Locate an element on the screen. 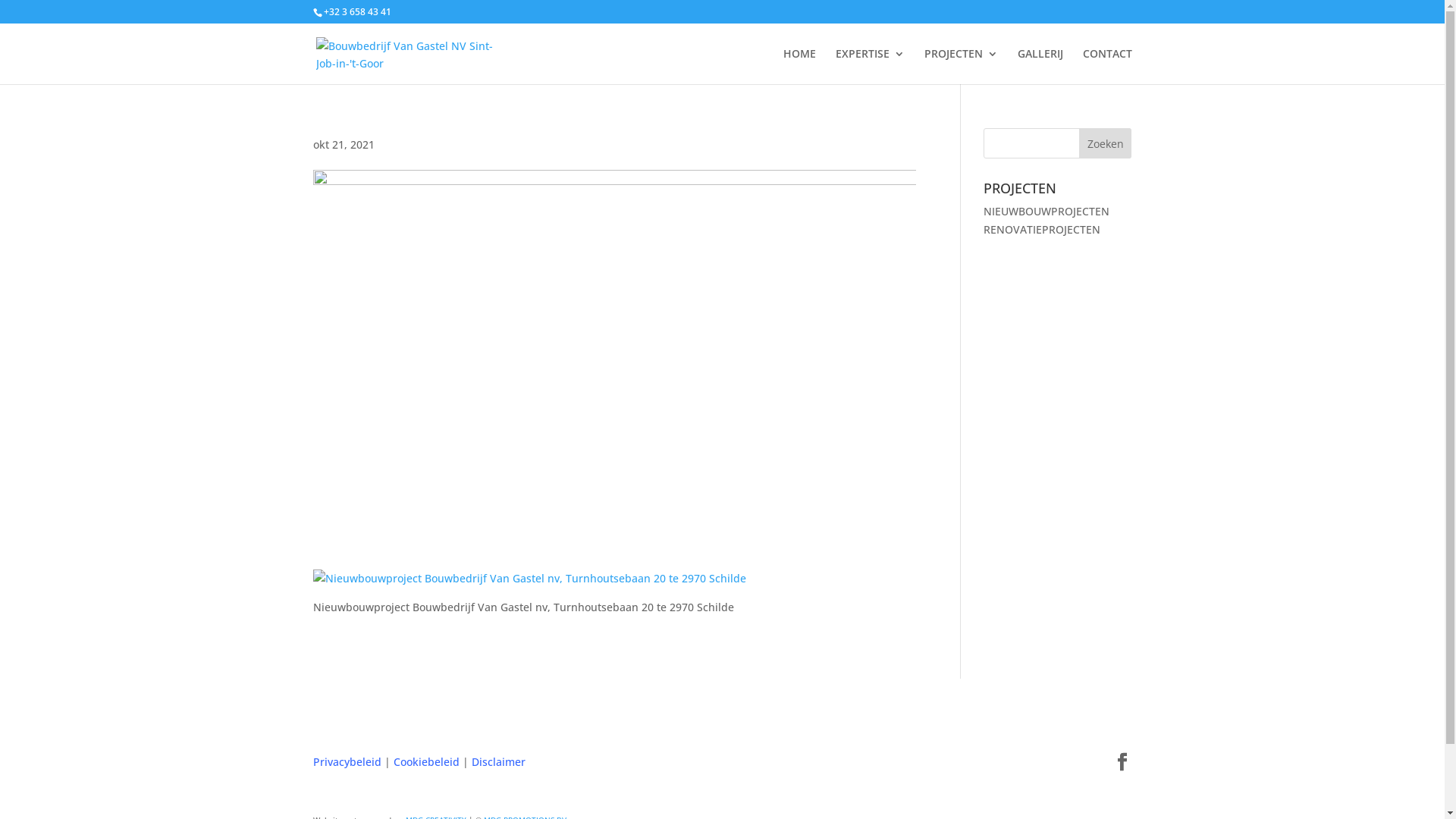  'RENOVATIEPROJECTEN' is located at coordinates (983, 229).